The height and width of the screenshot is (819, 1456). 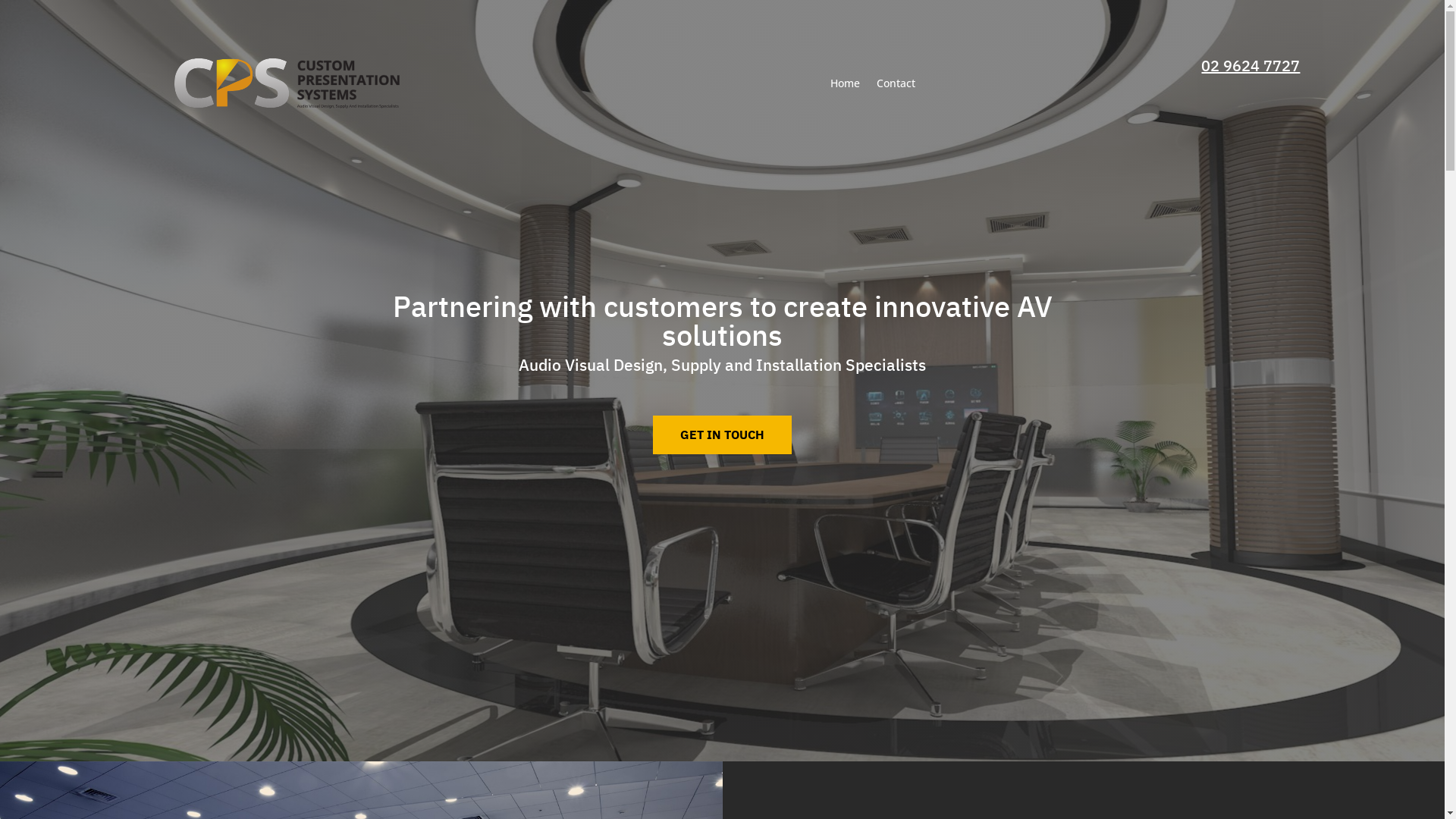 I want to click on 'Contact', so click(x=877, y=83).